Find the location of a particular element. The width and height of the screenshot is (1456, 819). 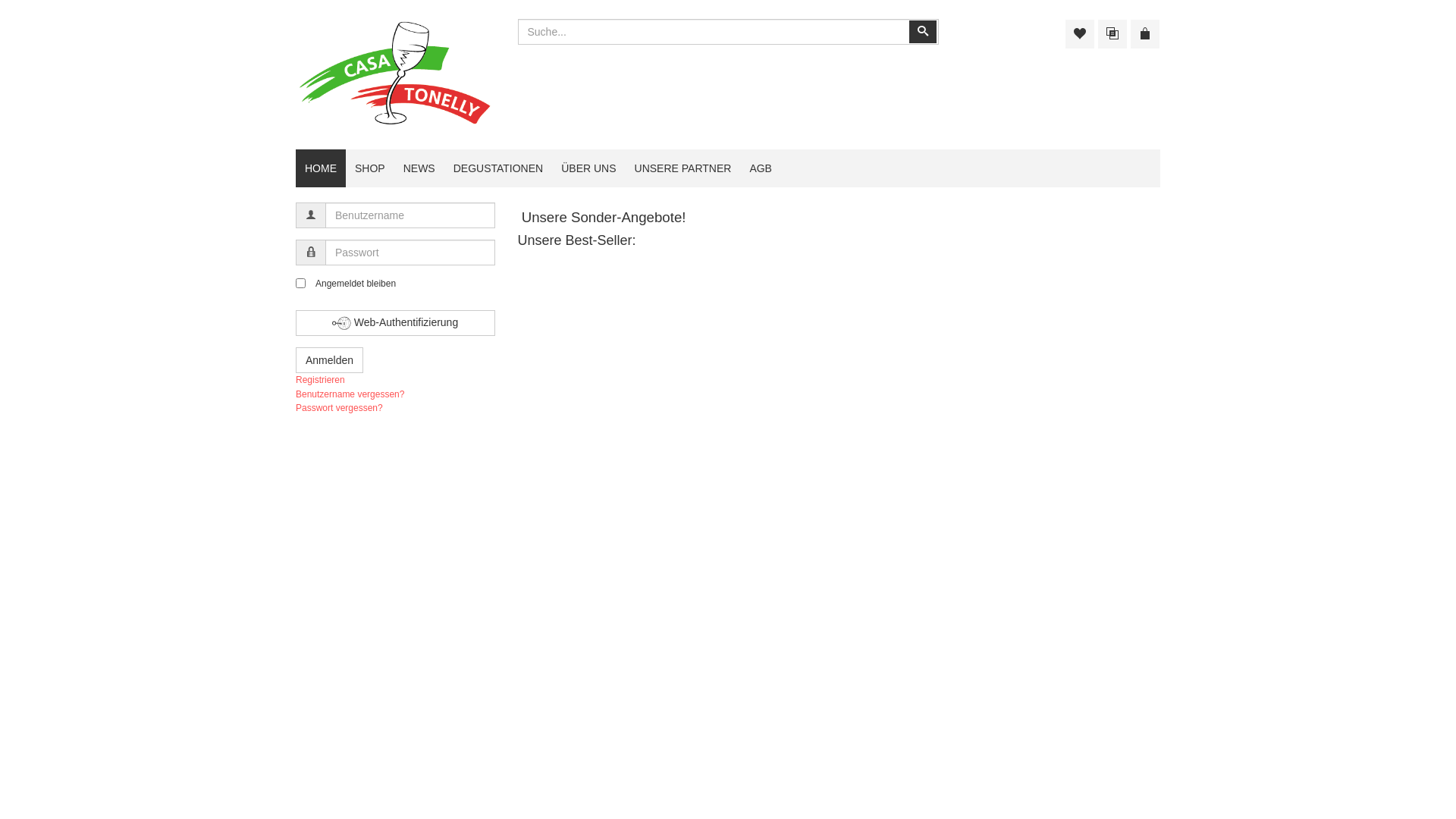

'Benutzername vergessen?' is located at coordinates (349, 394).